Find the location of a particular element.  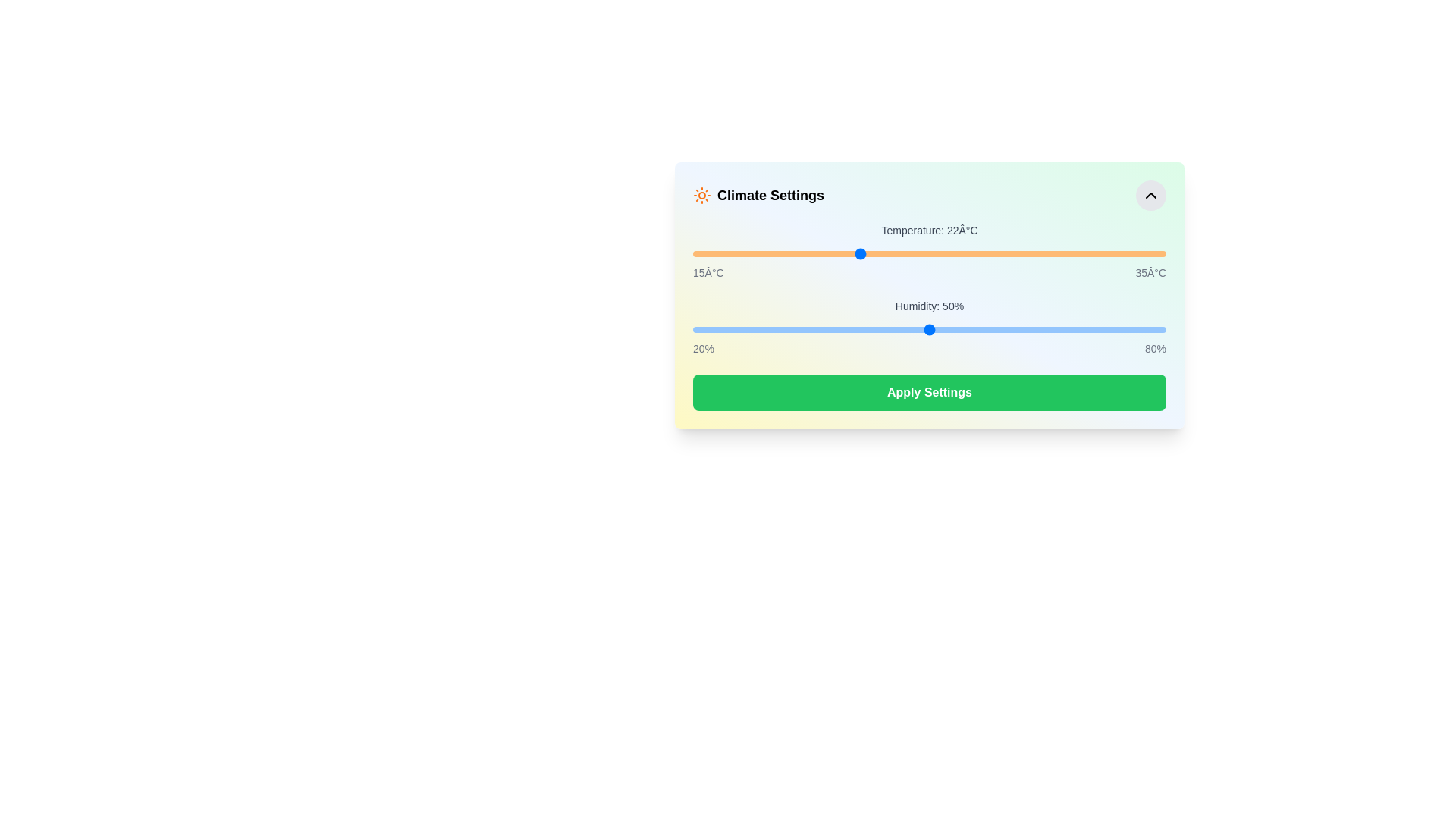

the temperature is located at coordinates (977, 253).